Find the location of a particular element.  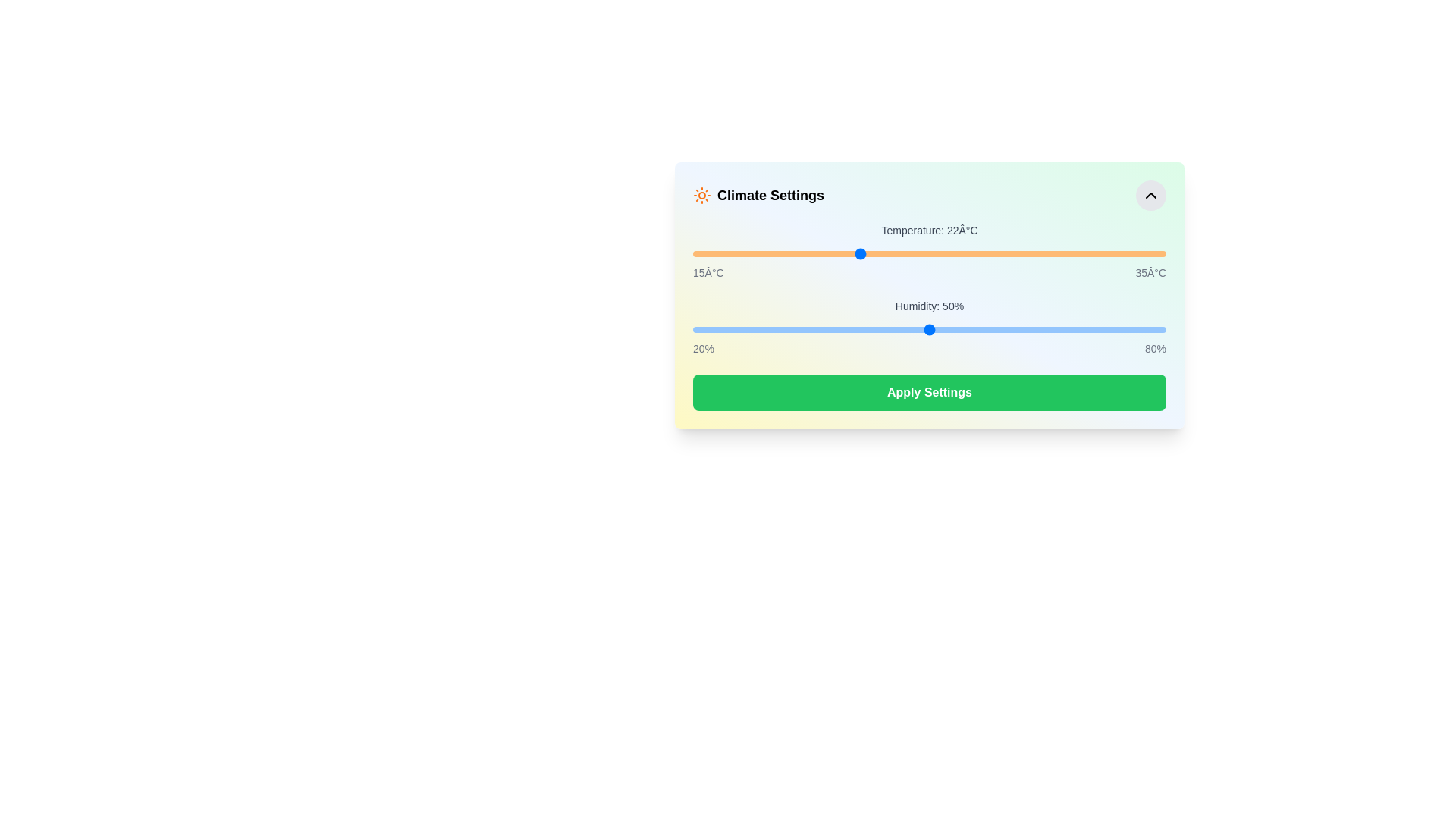

the temperature is located at coordinates (977, 253).